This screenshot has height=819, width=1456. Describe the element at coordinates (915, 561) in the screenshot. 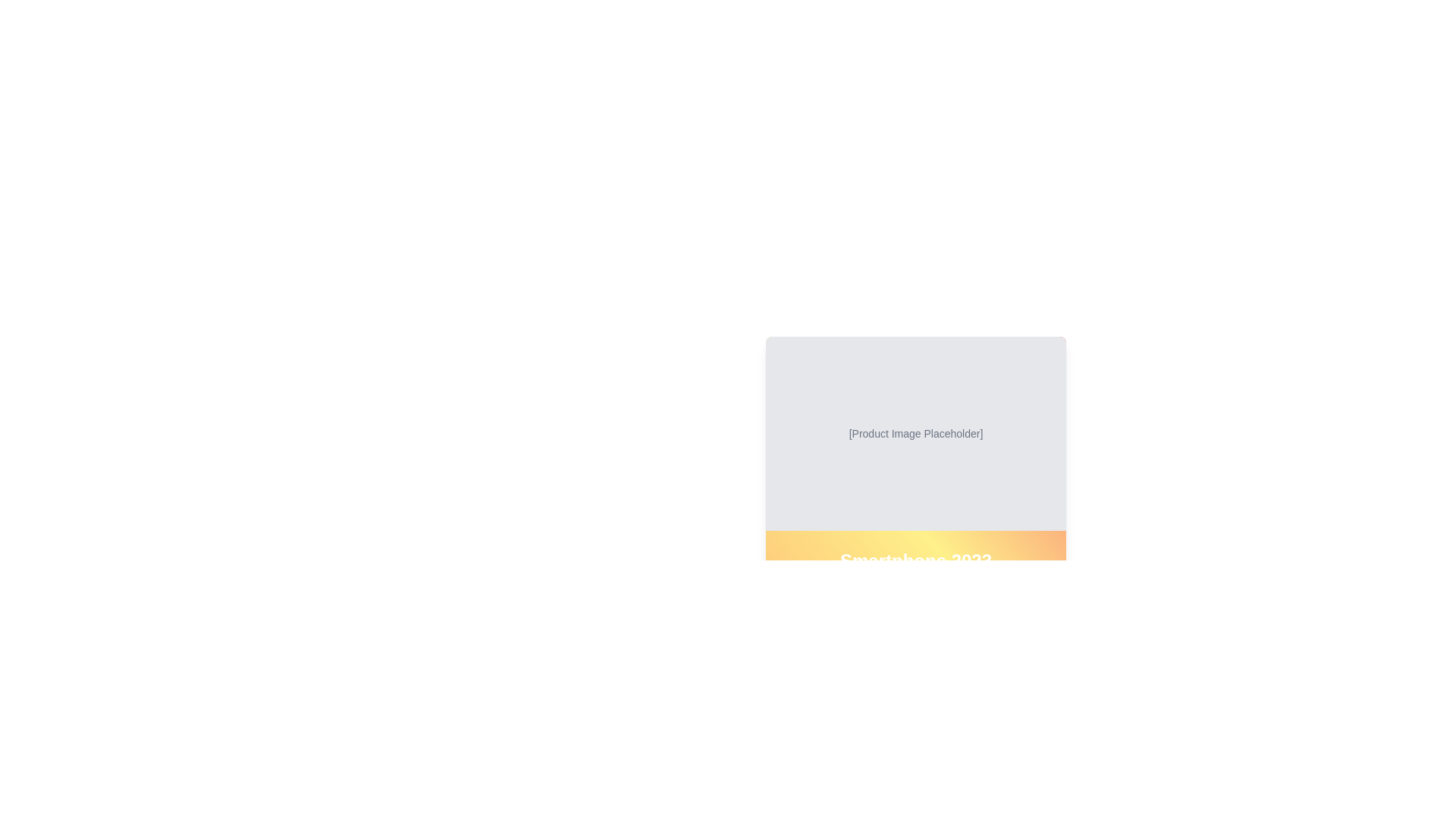

I see `text content of the primary identifier label for the product displayed, which is positioned below the product image placeholder` at that location.